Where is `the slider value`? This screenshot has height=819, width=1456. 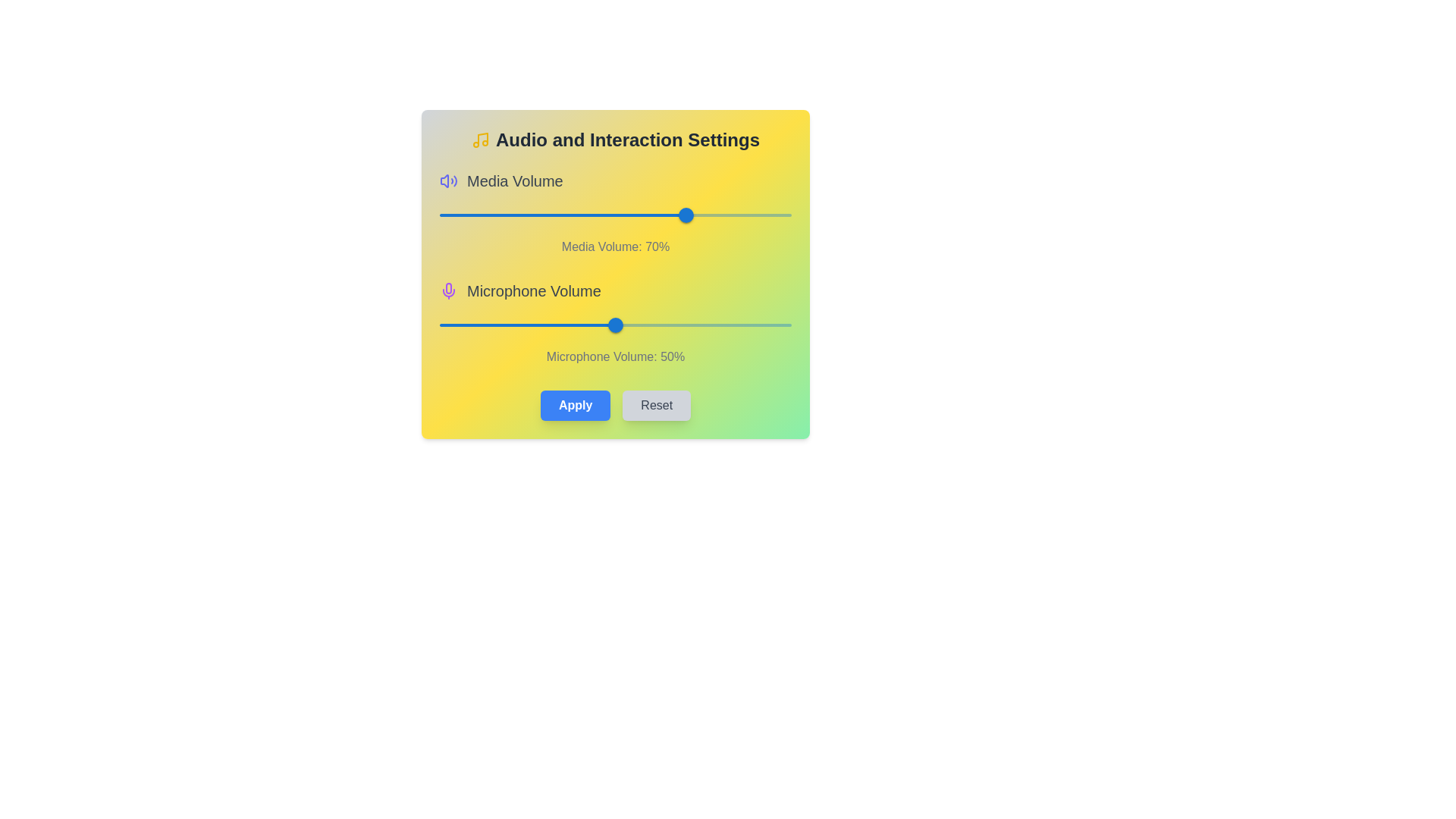
the slider value is located at coordinates (439, 215).